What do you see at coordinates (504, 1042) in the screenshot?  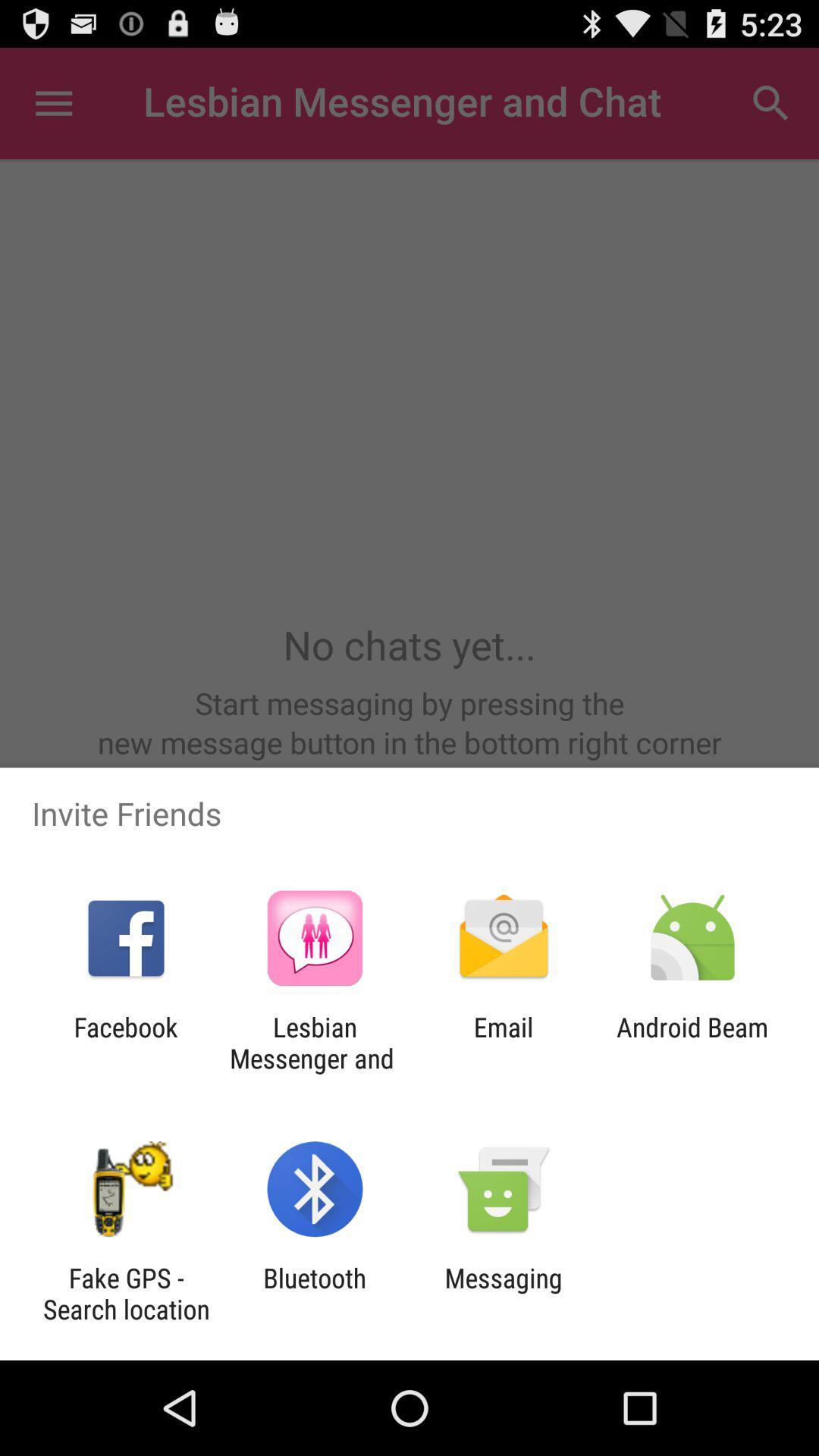 I see `email item` at bounding box center [504, 1042].